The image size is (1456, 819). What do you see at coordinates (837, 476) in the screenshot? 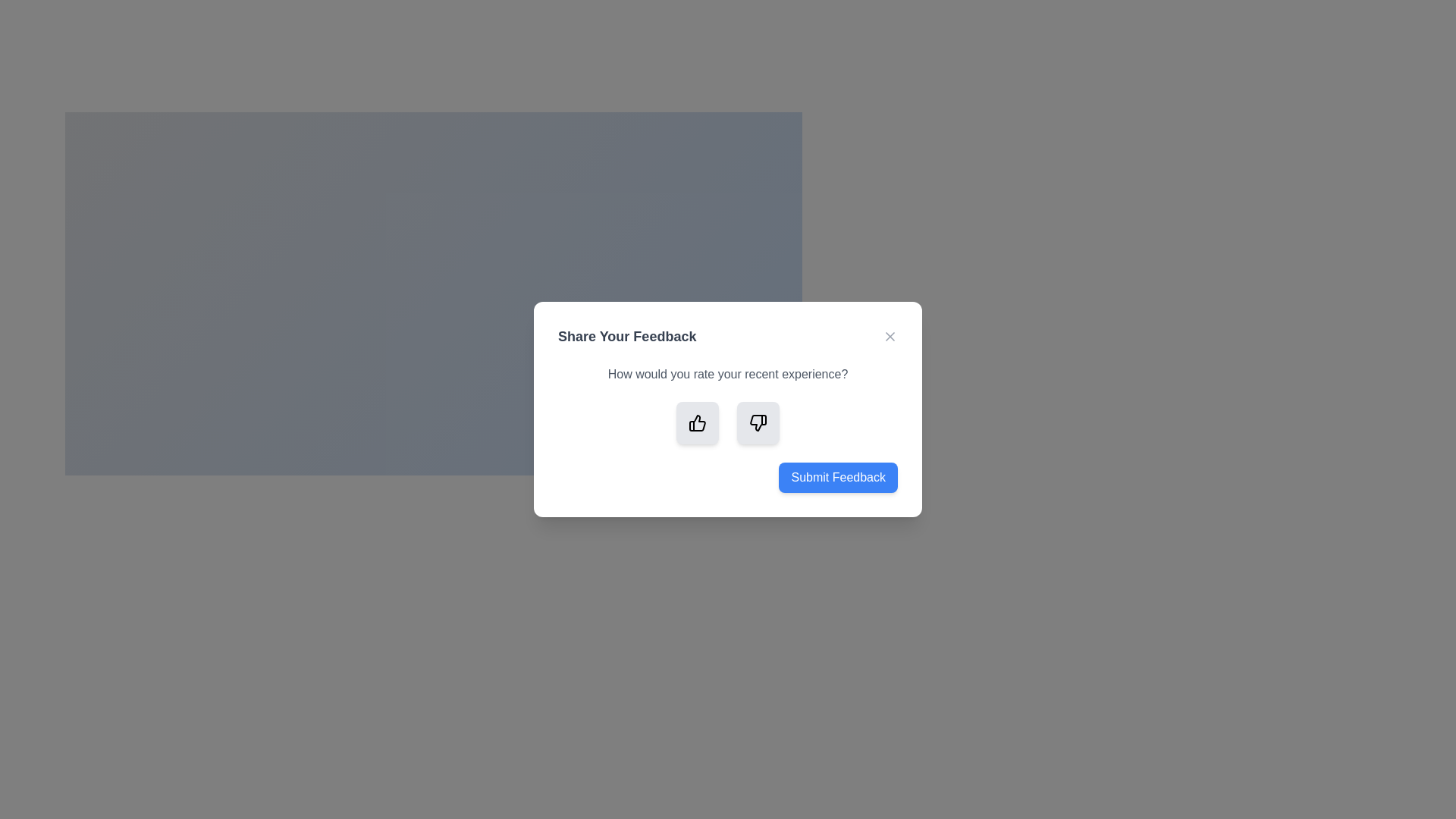
I see `the 'Submit Feedback' button located at the bottom-right corner of the modal window` at bounding box center [837, 476].